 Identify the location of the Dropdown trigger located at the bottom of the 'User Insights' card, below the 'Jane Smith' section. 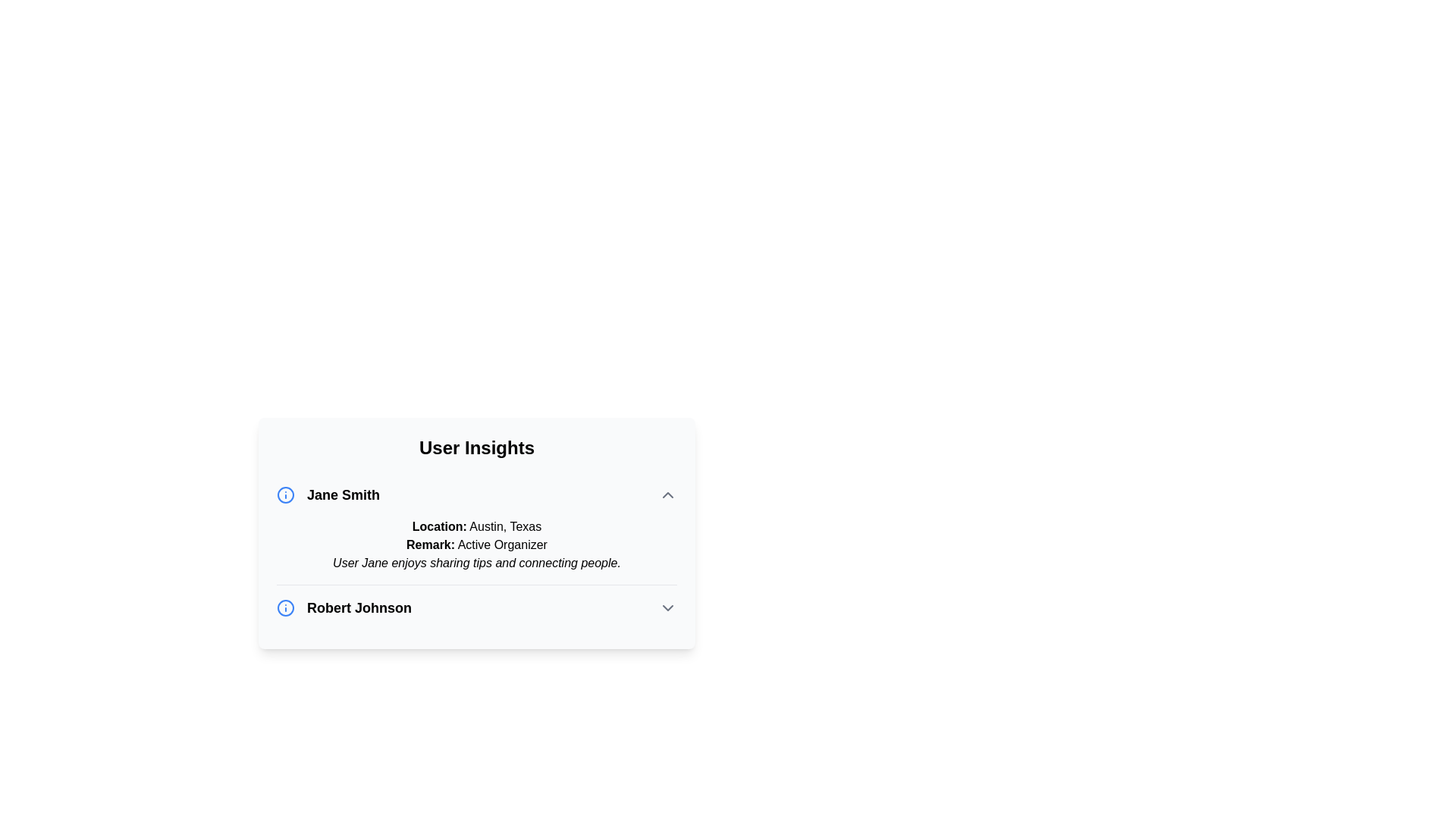
(475, 607).